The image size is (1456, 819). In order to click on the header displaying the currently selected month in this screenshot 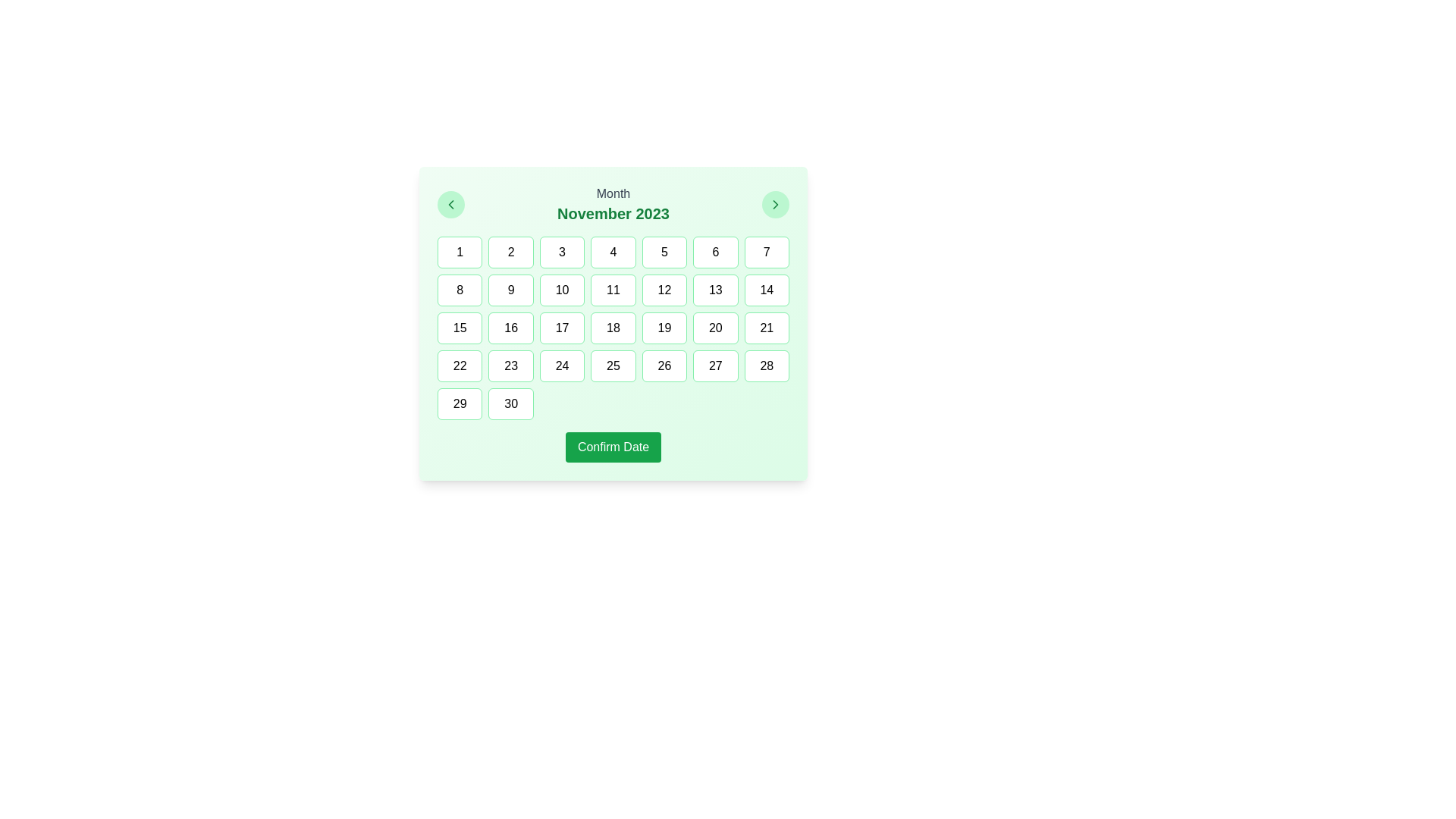, I will do `click(613, 205)`.